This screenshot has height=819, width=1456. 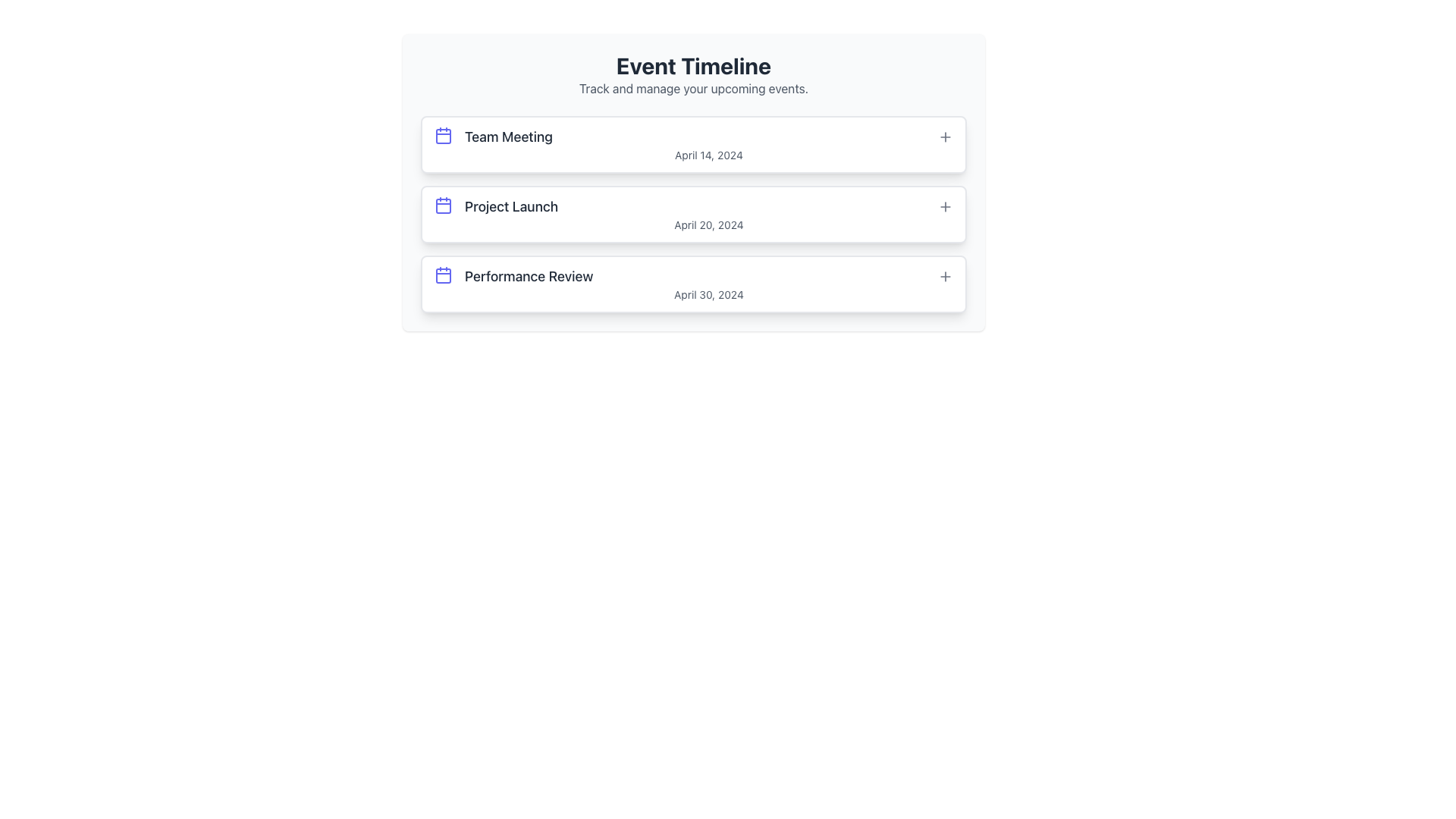 What do you see at coordinates (708, 214) in the screenshot?
I see `text content of the Text Display Element that contains the heading 'Project Launch' and the date 'April 20, 2024'` at bounding box center [708, 214].